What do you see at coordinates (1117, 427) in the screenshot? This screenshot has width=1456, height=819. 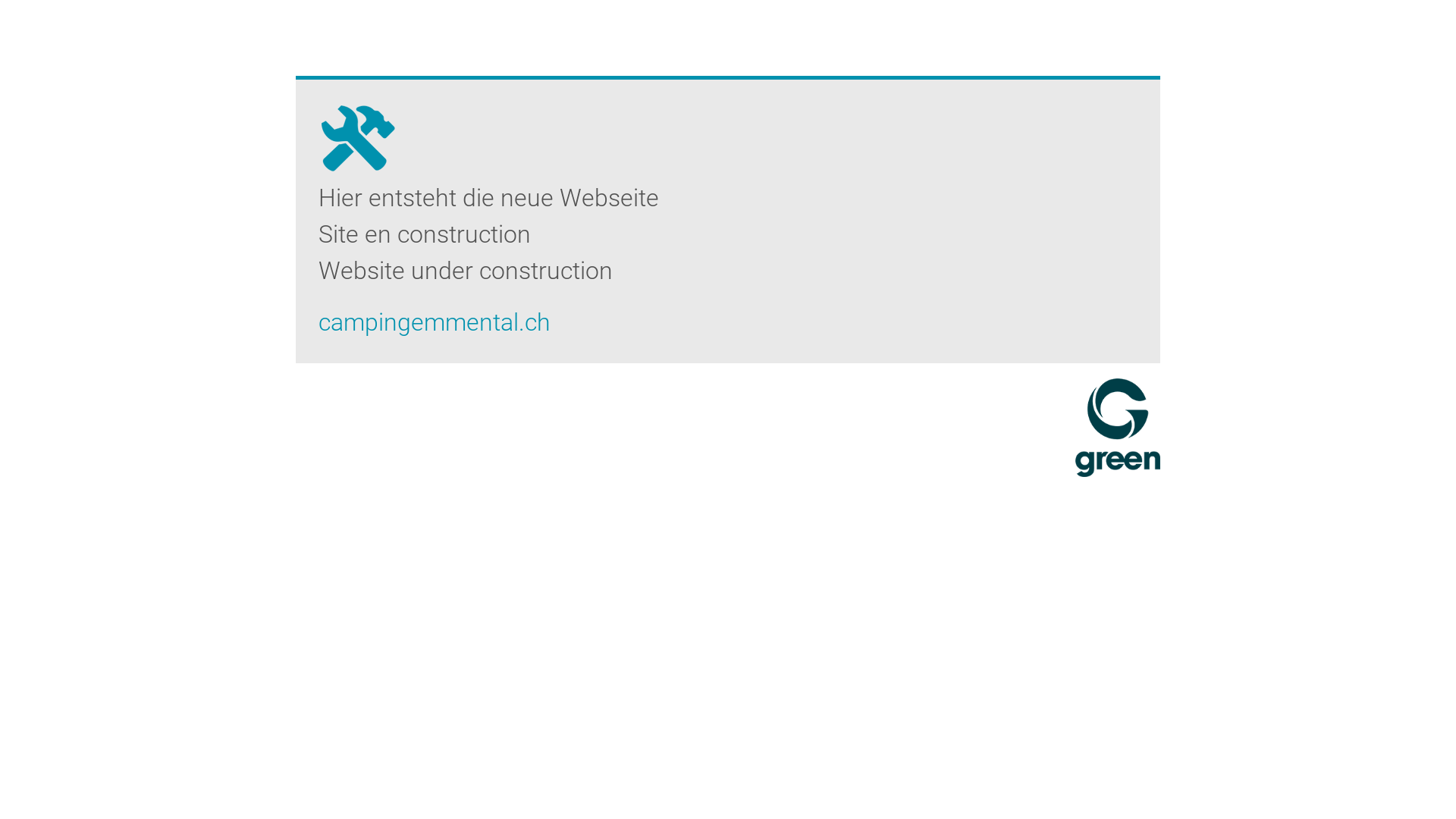 I see `'powered by green.ch'` at bounding box center [1117, 427].